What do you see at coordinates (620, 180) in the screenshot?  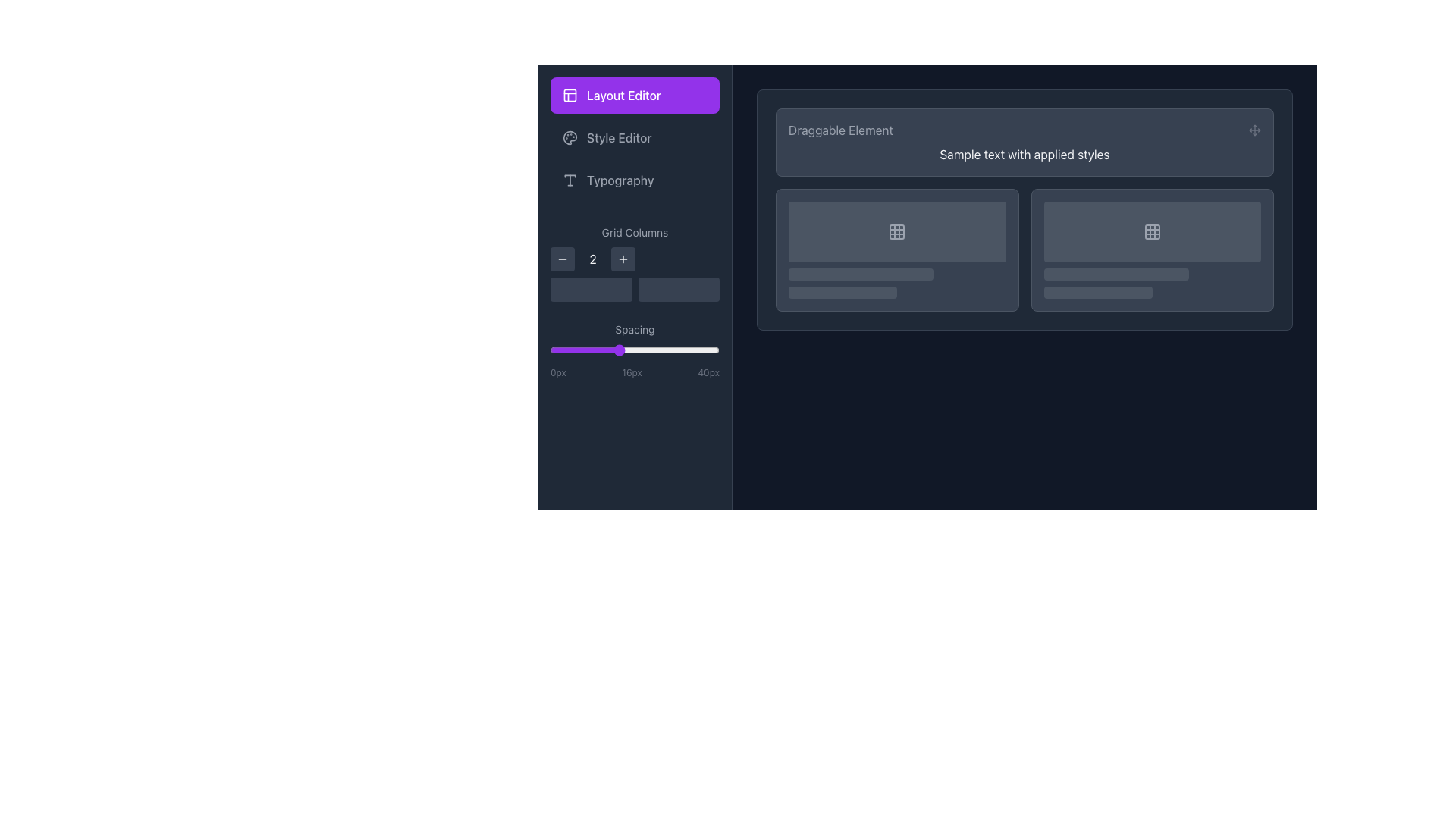 I see `the 'Typography' label located on the left sidebar of the navigation menu` at bounding box center [620, 180].